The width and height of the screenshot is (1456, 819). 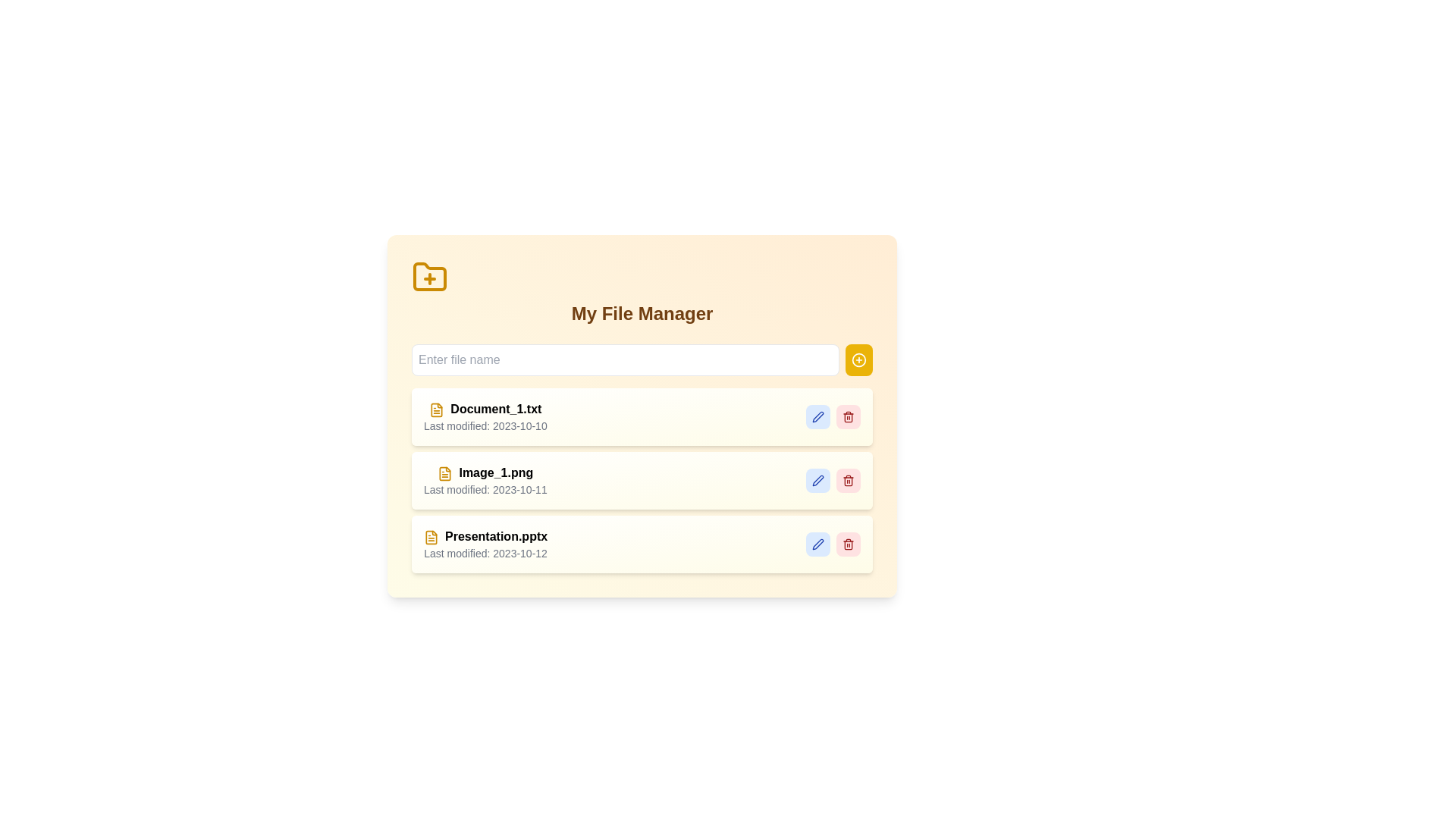 I want to click on the yellow-themed SVG document icon located to the immediate left of the text 'Image_1.png' in the file manager interface, so click(x=444, y=472).